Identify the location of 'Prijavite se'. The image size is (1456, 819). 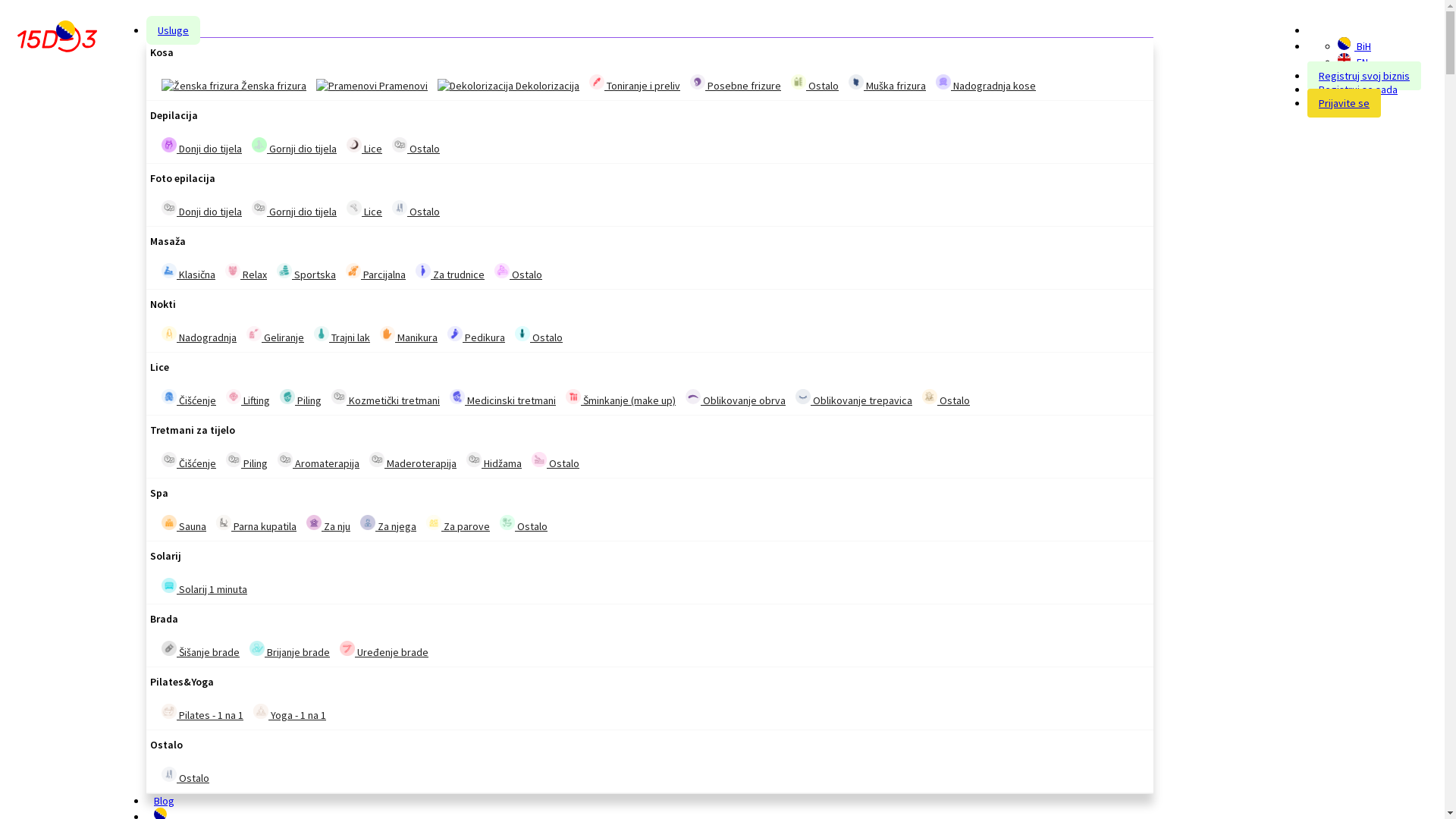
(1344, 102).